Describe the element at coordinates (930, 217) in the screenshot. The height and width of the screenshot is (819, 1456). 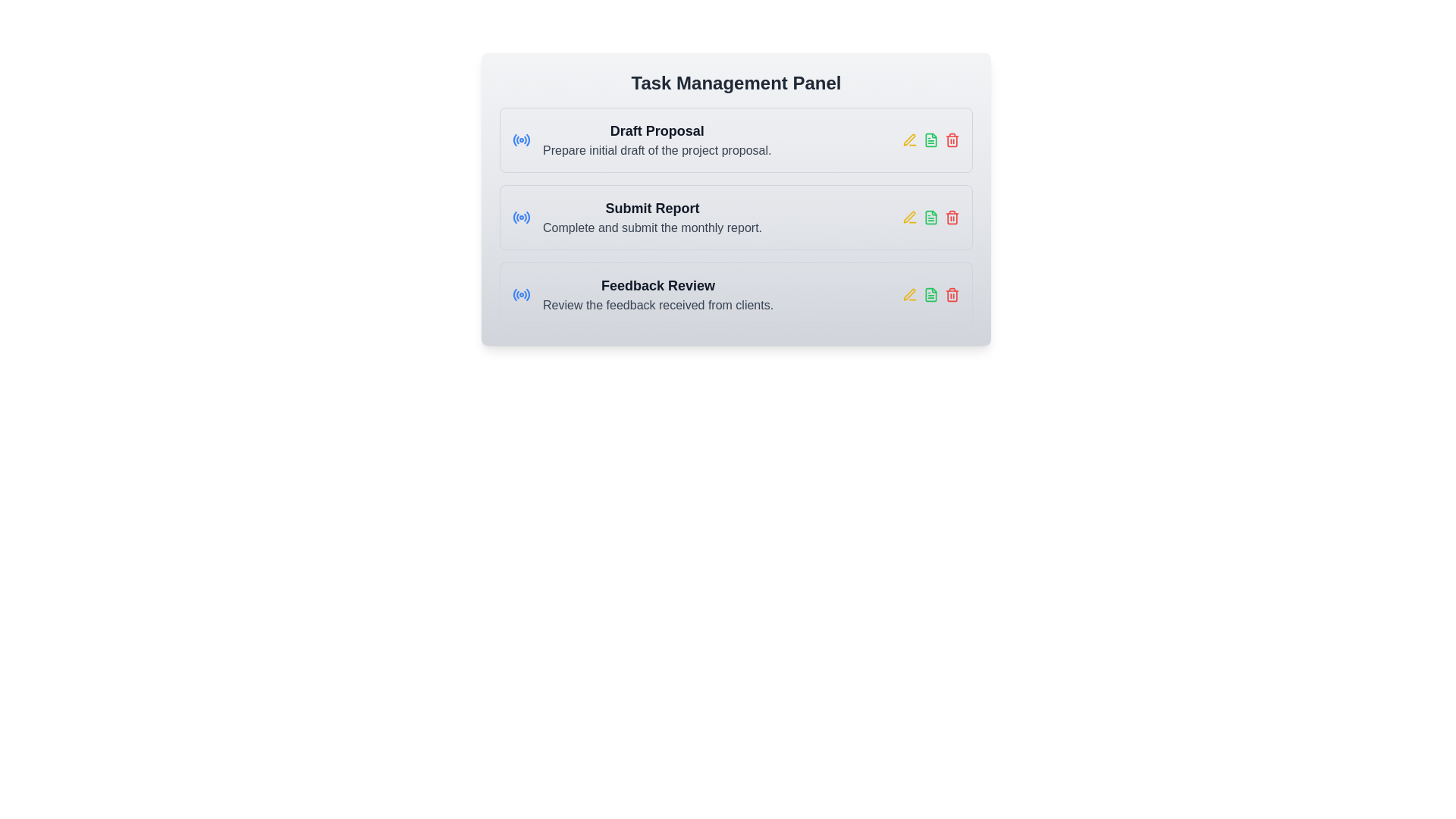
I see `the green-tinted document icon in the third row of task items` at that location.